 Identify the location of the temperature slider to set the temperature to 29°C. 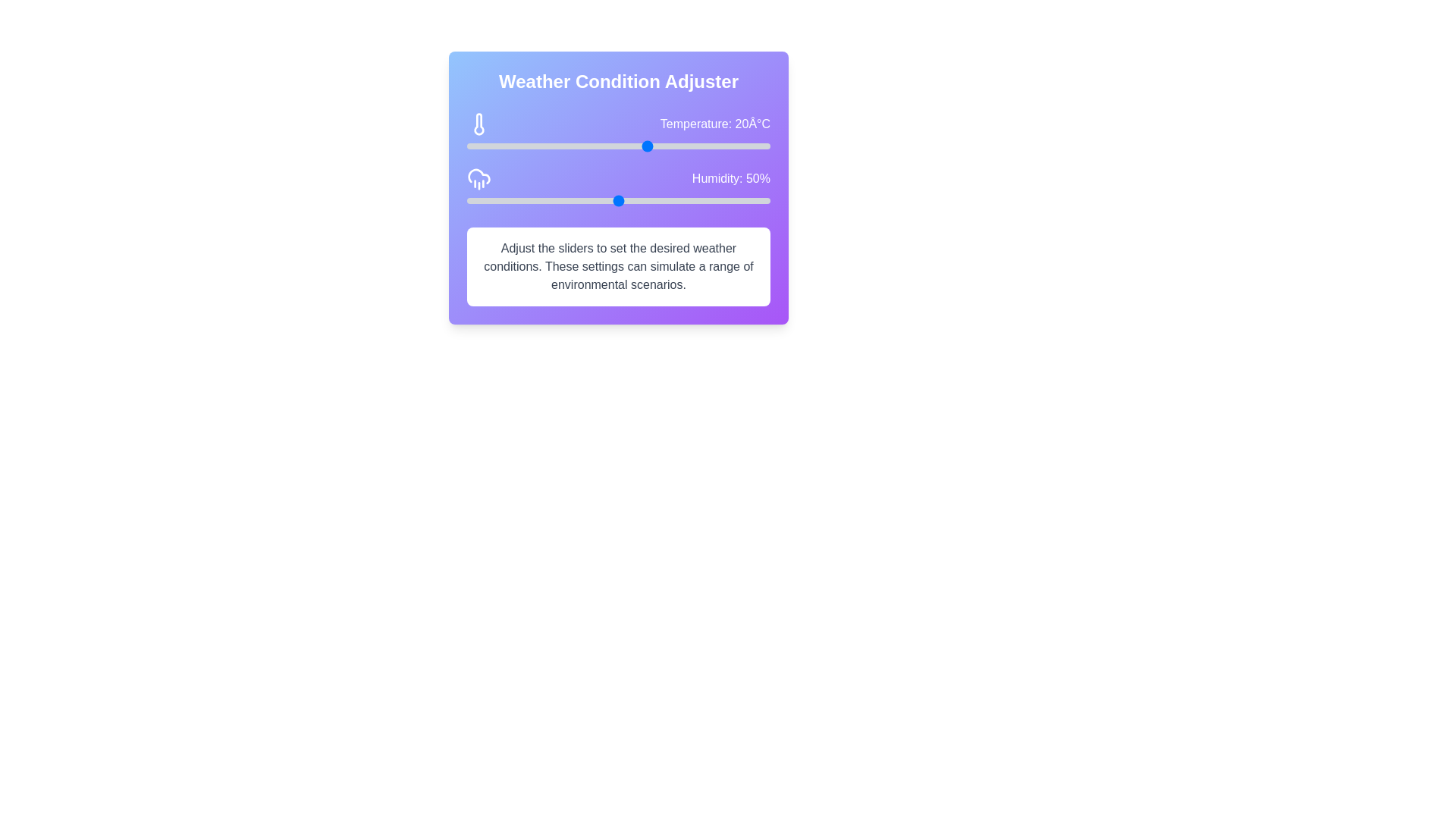
(702, 146).